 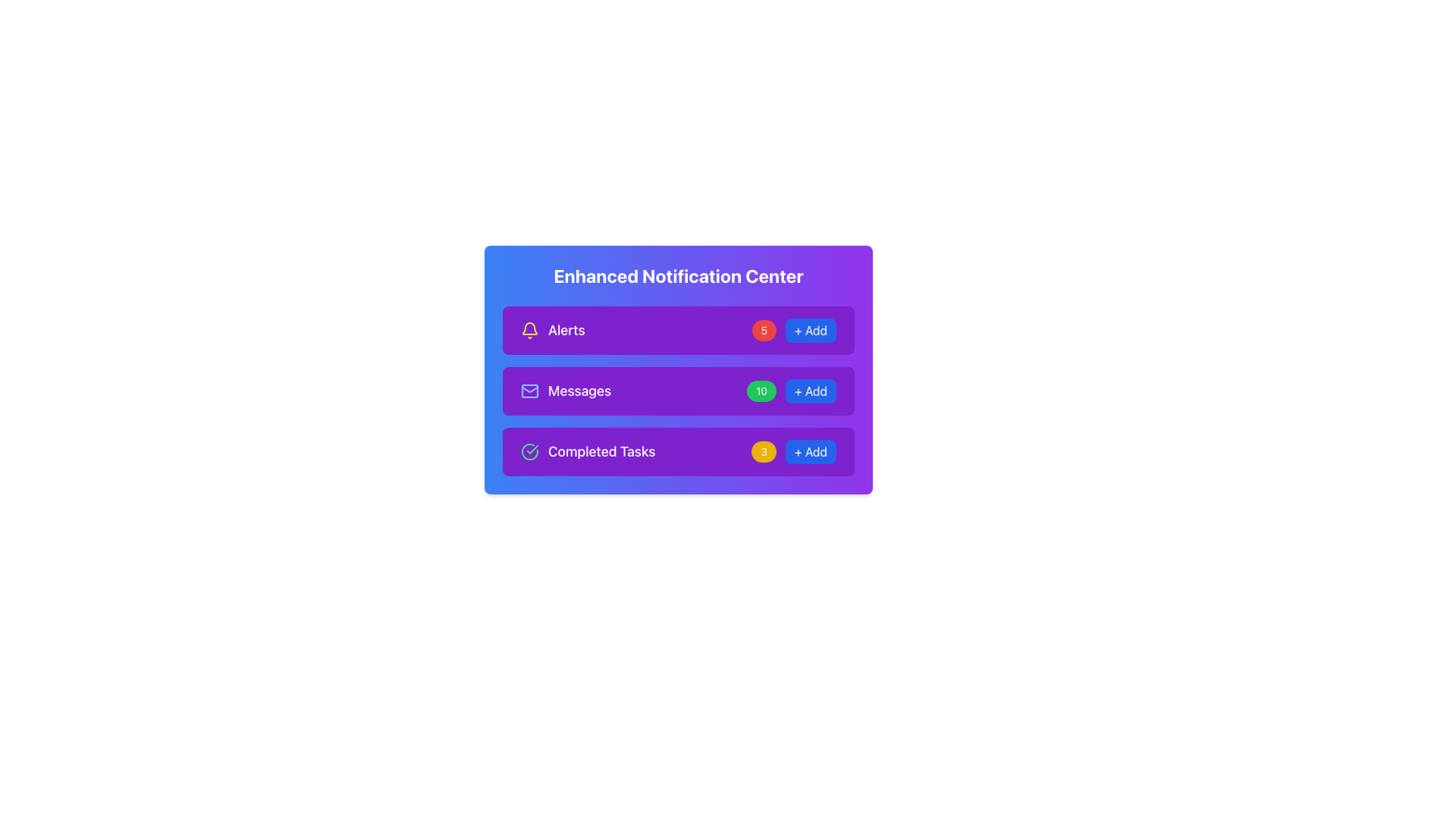 I want to click on text of the heading located at the center top of the gradient-colored notification card, which serves as the title for the notification center, so click(x=677, y=275).